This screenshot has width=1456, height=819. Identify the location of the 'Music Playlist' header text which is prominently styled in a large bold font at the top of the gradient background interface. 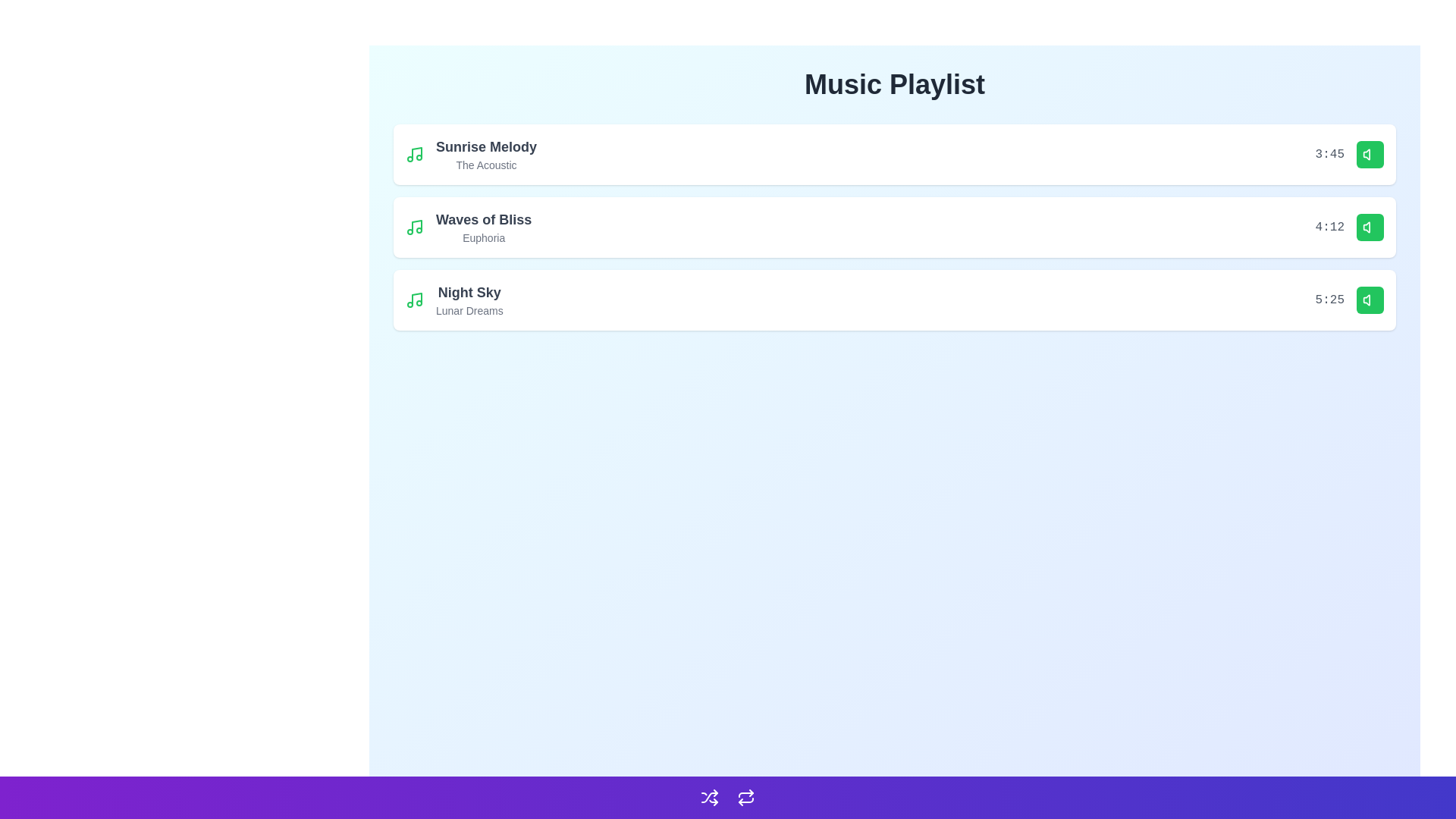
(895, 84).